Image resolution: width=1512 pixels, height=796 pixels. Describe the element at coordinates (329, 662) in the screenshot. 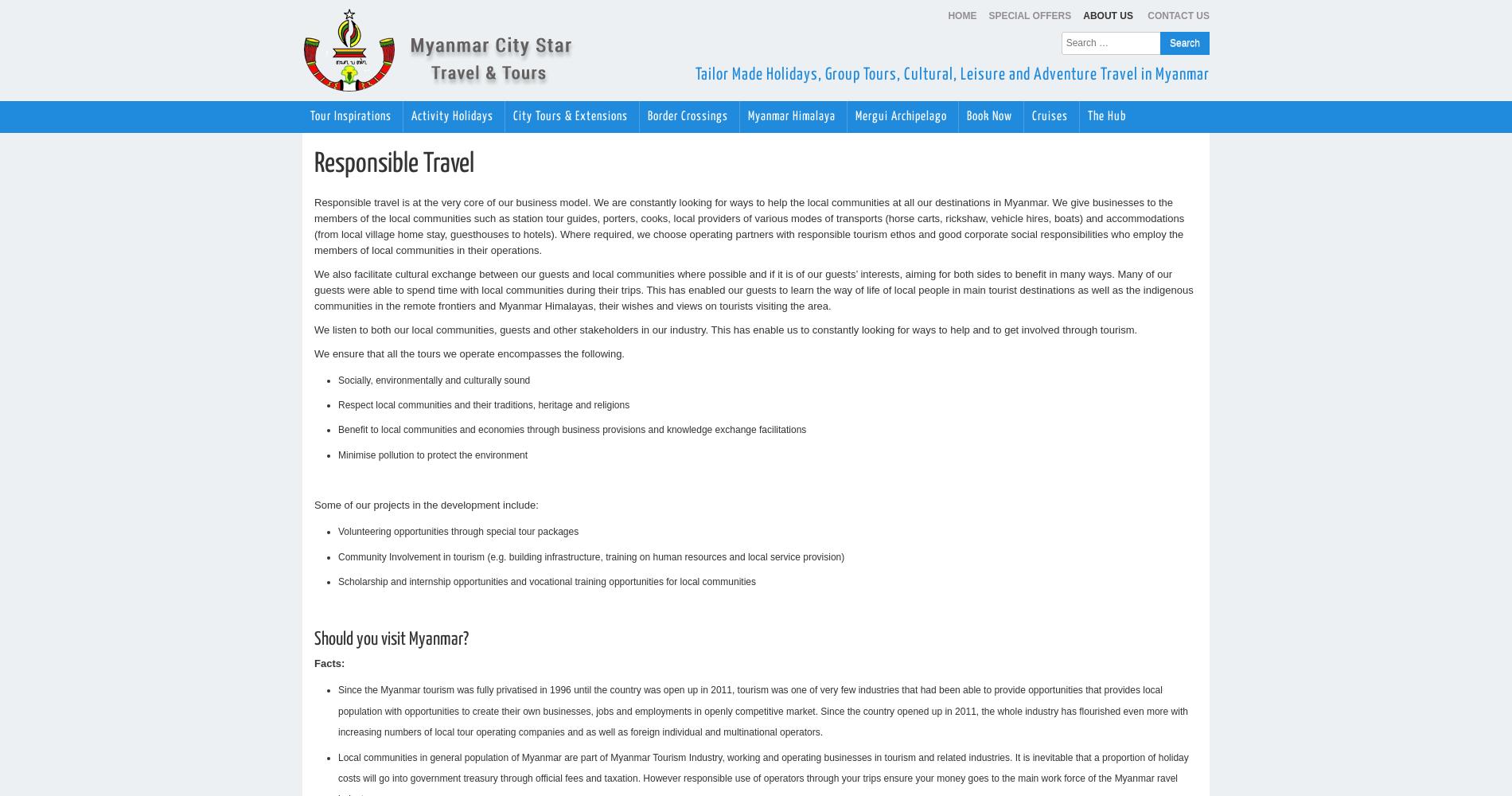

I see `'Facts:'` at that location.